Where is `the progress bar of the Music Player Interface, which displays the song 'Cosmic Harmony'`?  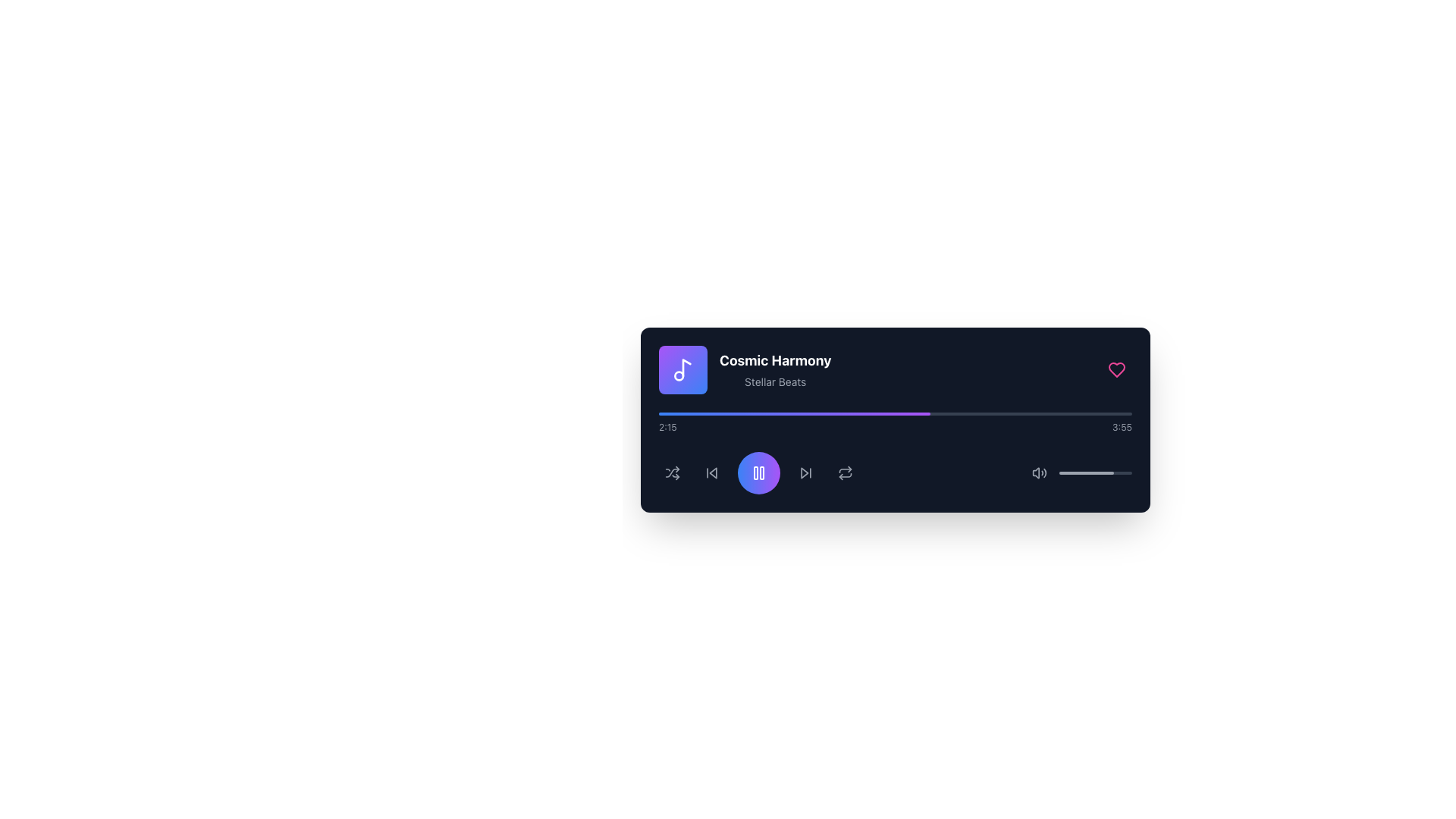
the progress bar of the Music Player Interface, which displays the song 'Cosmic Harmony' is located at coordinates (895, 420).